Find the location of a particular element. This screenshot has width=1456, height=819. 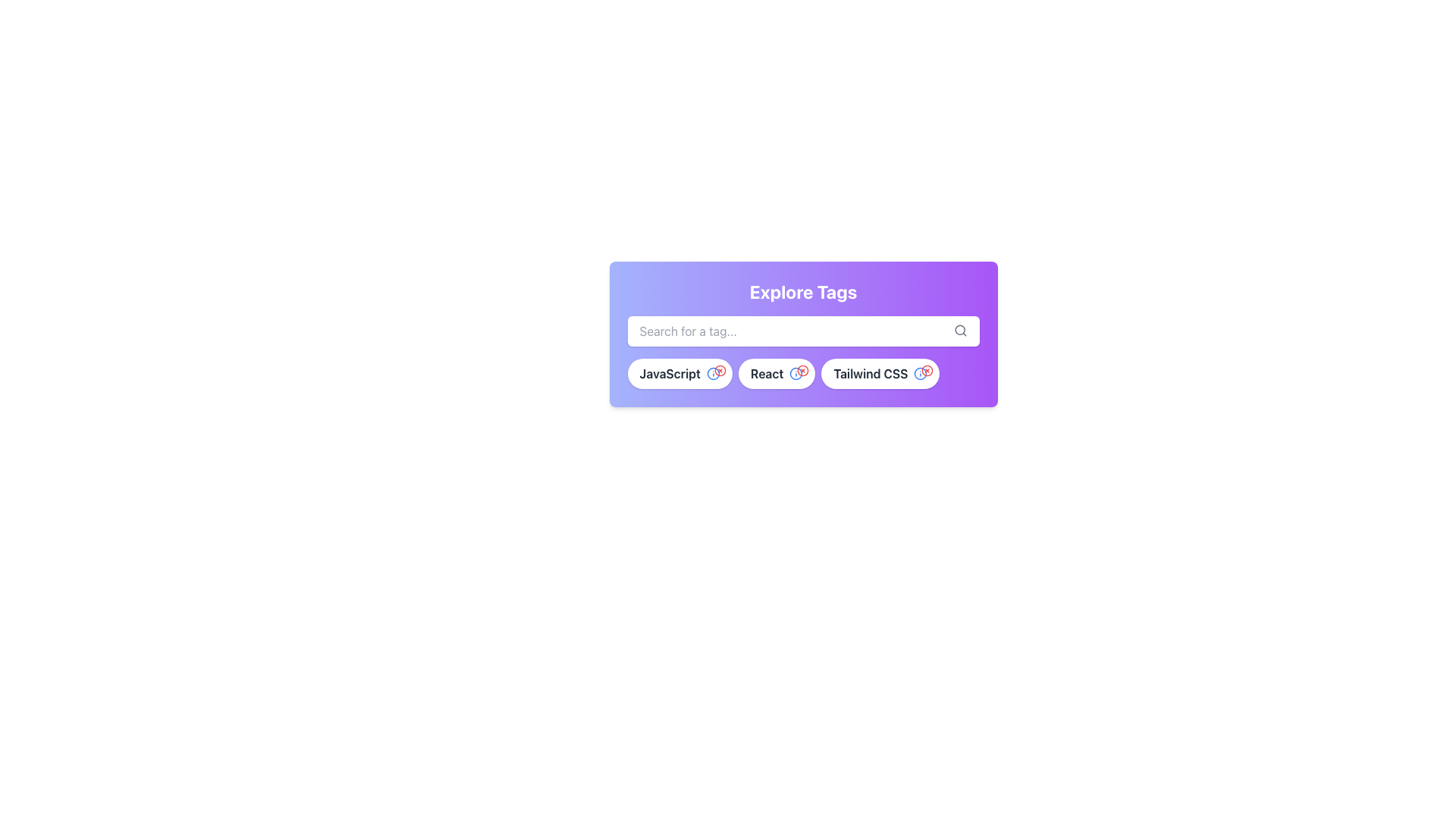

the 'React' tag, which is the second element in the horizontal list of programming-related keywords located beneath the 'Explore Tags' heading is located at coordinates (777, 374).